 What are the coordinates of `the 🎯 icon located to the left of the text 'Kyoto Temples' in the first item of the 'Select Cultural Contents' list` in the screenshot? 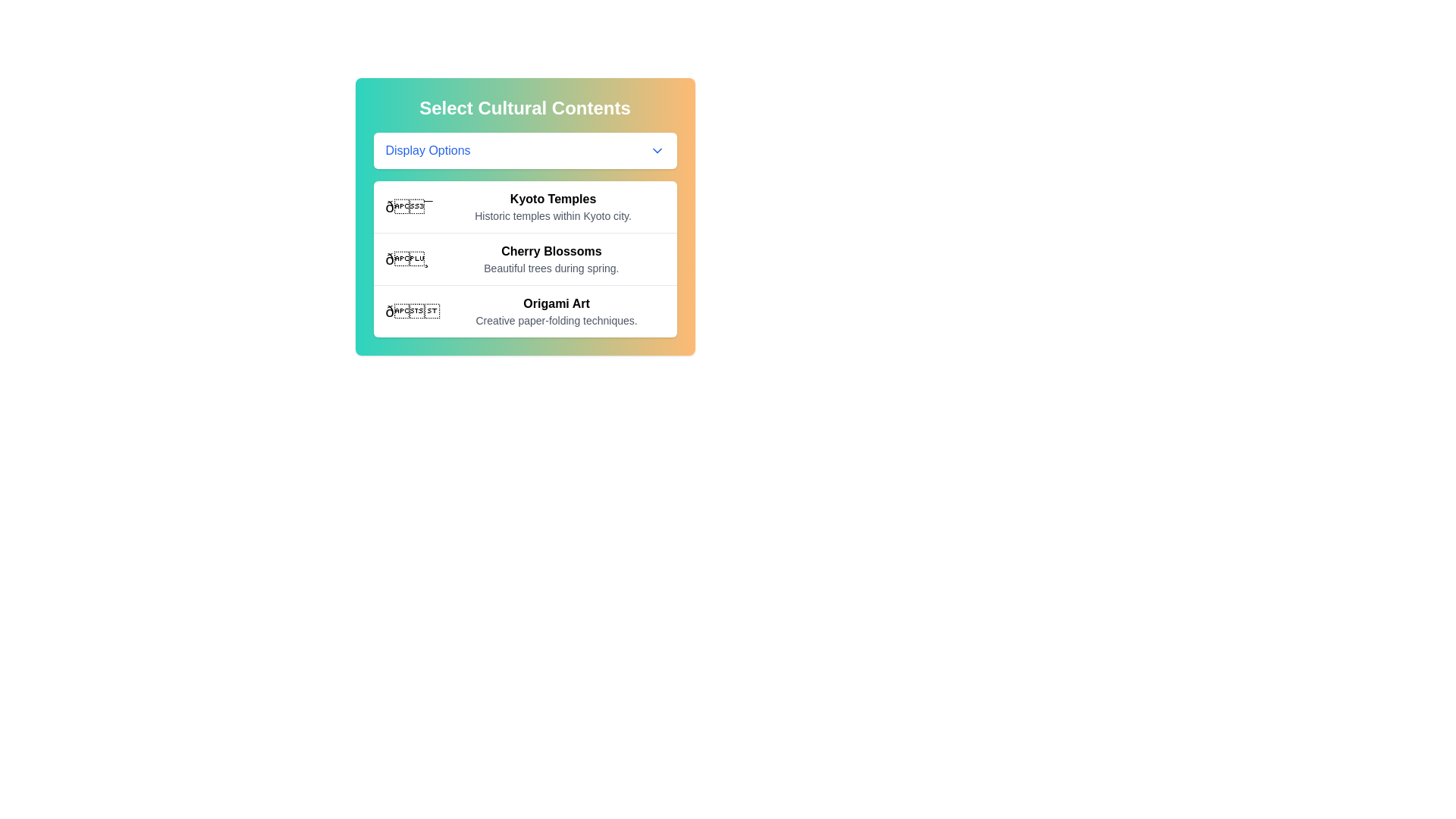 It's located at (409, 207).